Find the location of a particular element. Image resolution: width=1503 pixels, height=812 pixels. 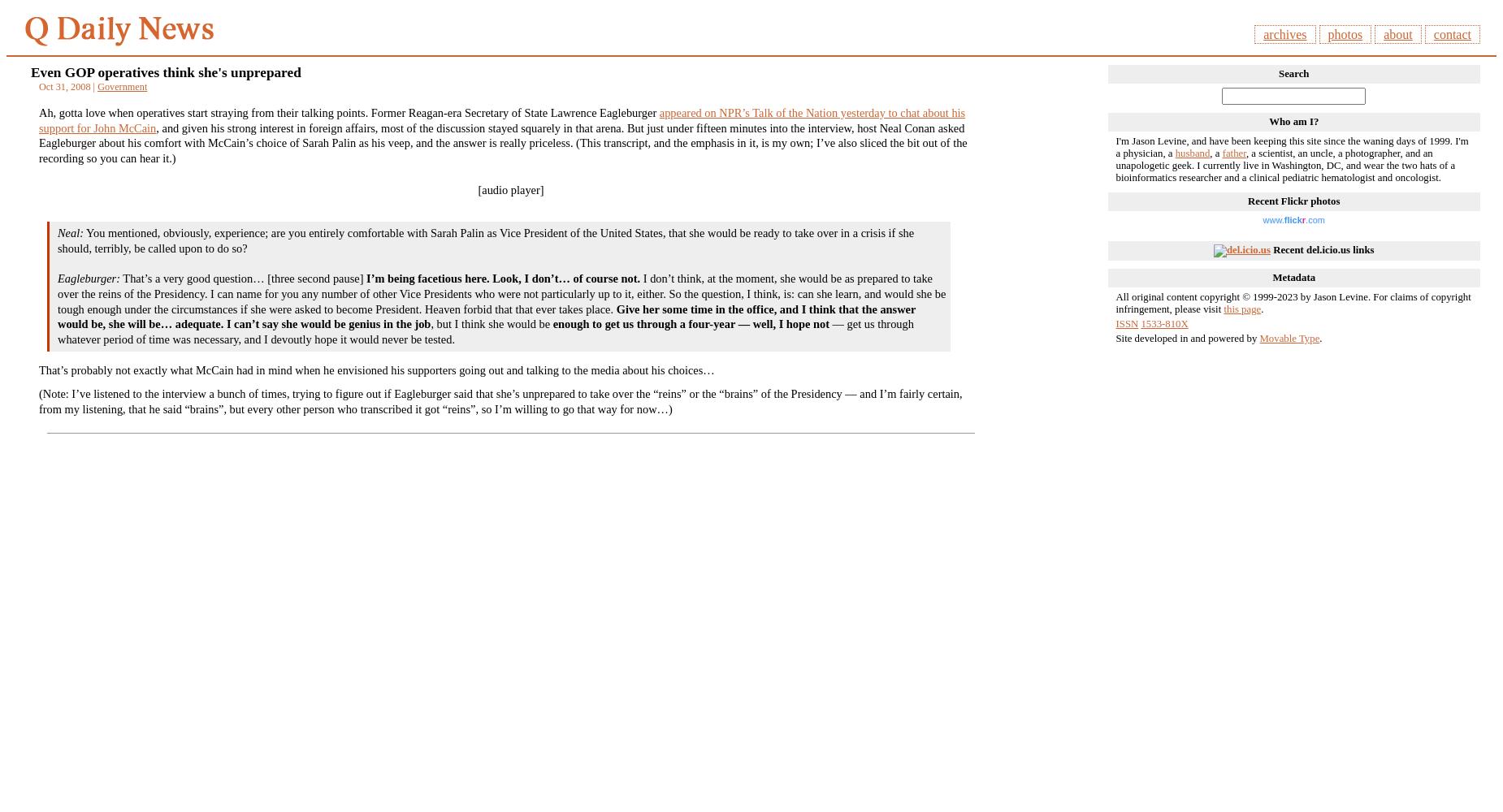

'photos' is located at coordinates (1327, 34).